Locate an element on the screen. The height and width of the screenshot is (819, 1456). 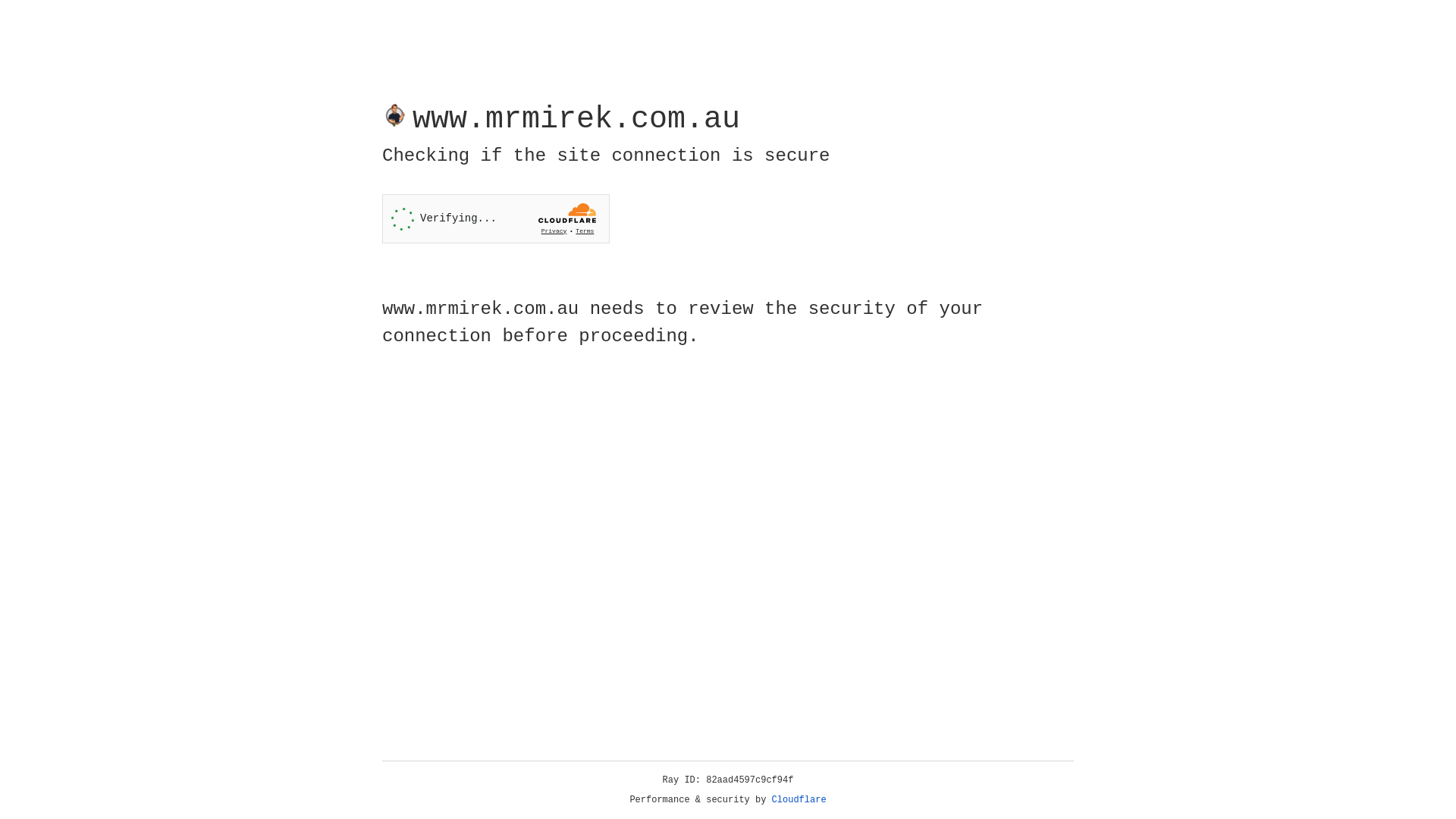
'Cloudflare' is located at coordinates (799, 799).